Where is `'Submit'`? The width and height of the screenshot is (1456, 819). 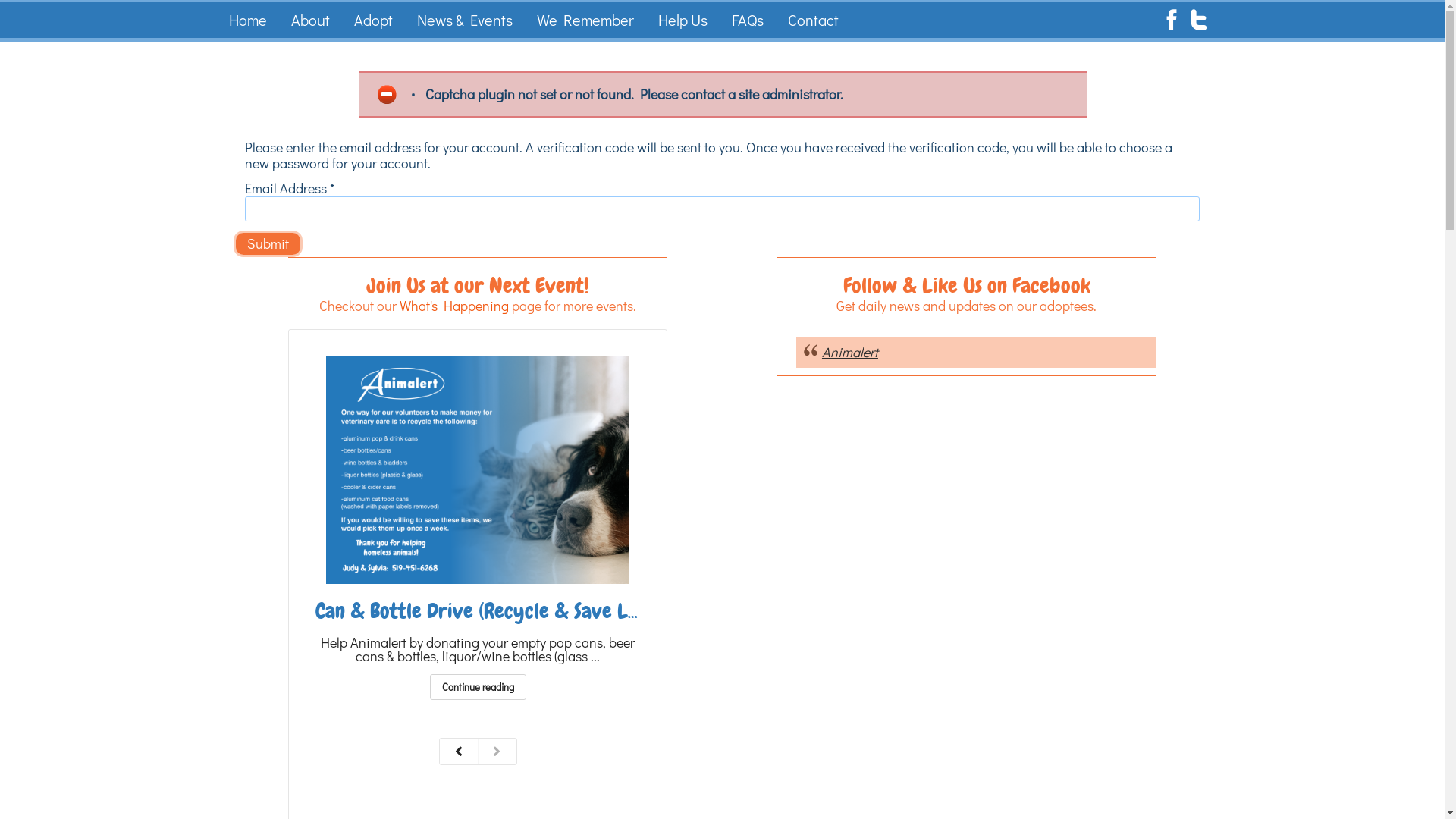
'Submit' is located at coordinates (268, 243).